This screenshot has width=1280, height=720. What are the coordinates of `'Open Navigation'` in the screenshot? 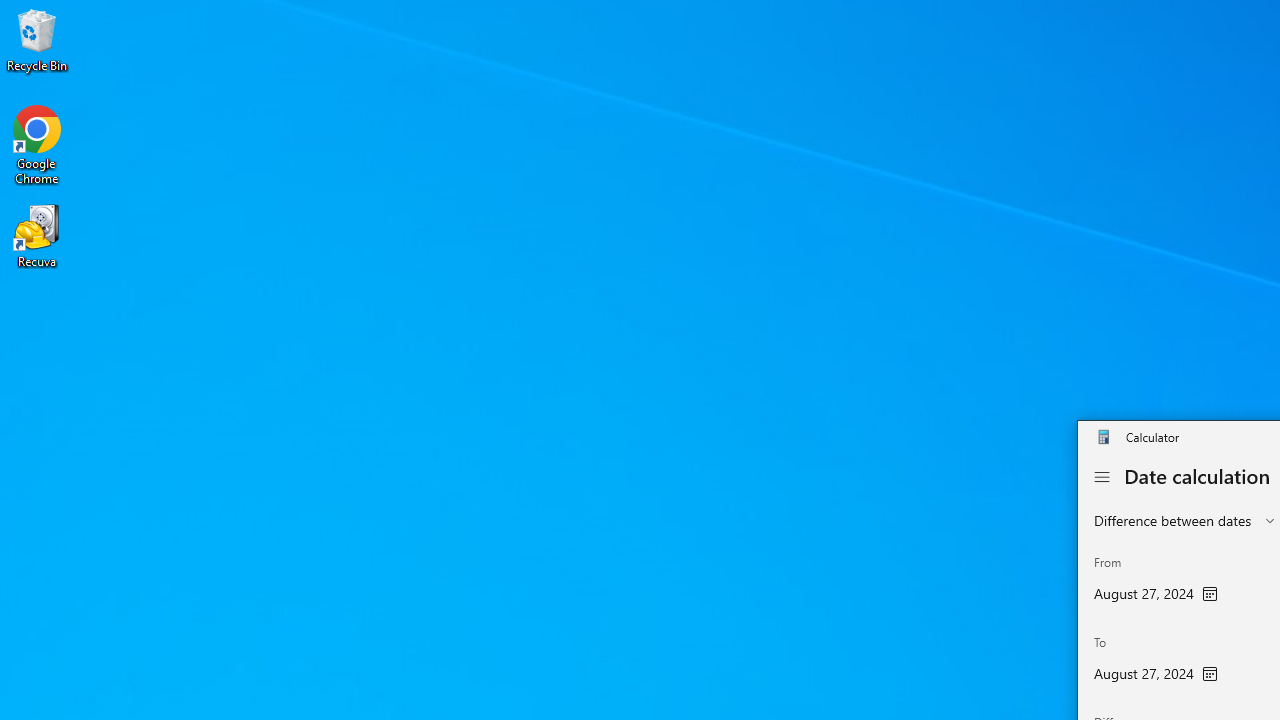 It's located at (1101, 477).